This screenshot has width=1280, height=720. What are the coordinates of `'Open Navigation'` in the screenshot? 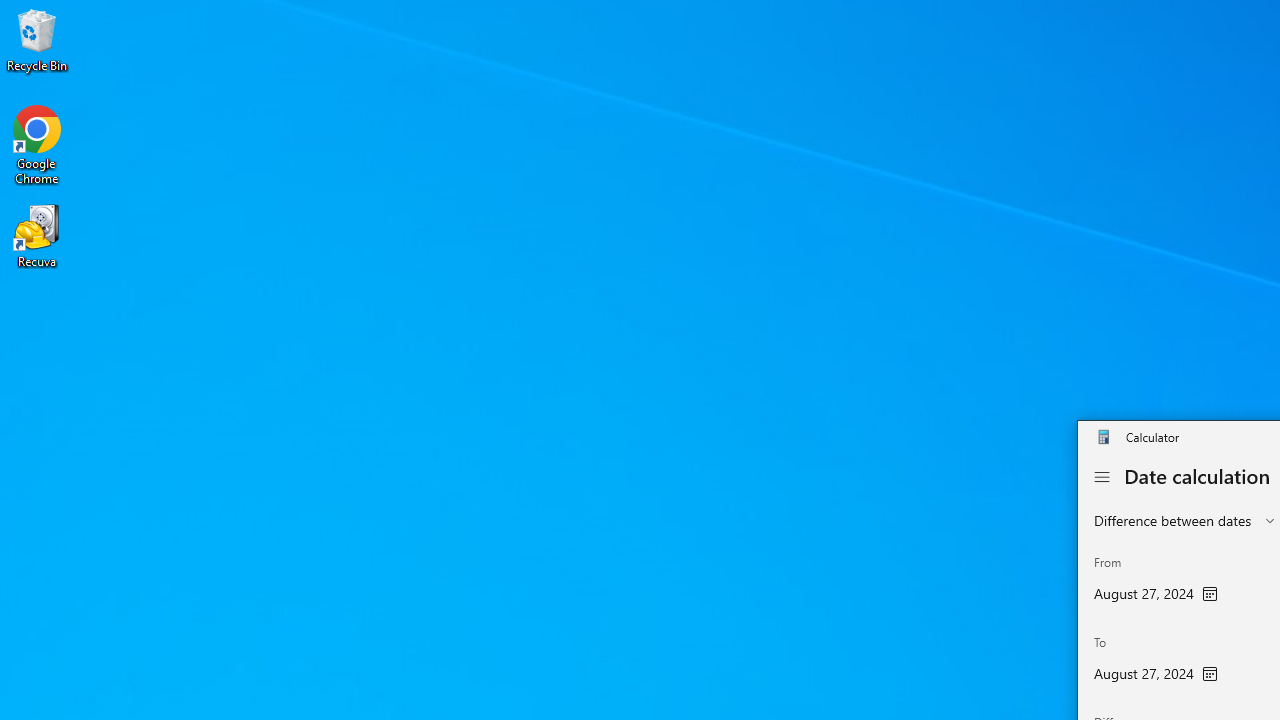 It's located at (1101, 477).